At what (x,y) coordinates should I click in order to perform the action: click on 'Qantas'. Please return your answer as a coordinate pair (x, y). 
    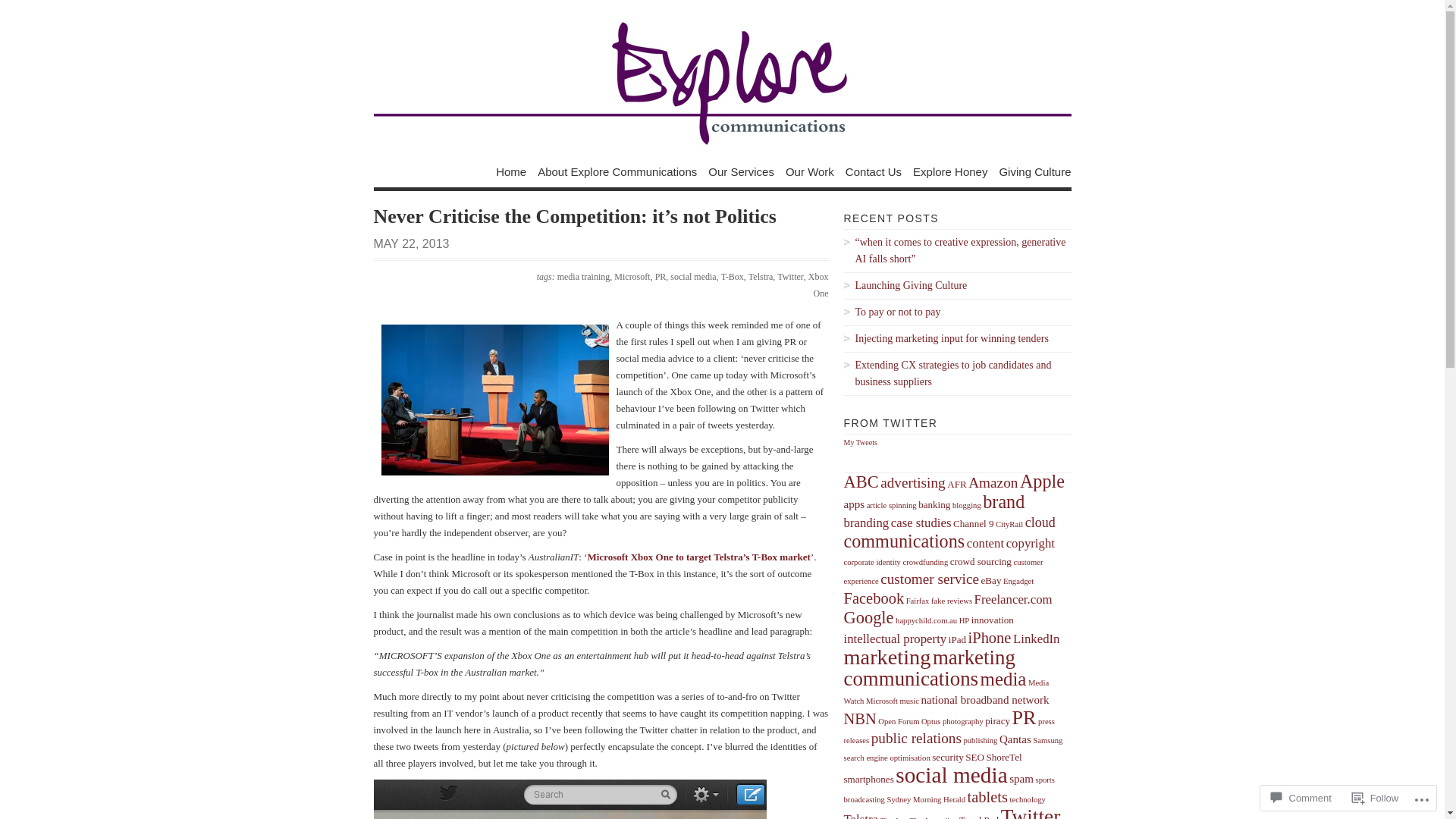
    Looking at the image, I should click on (1015, 739).